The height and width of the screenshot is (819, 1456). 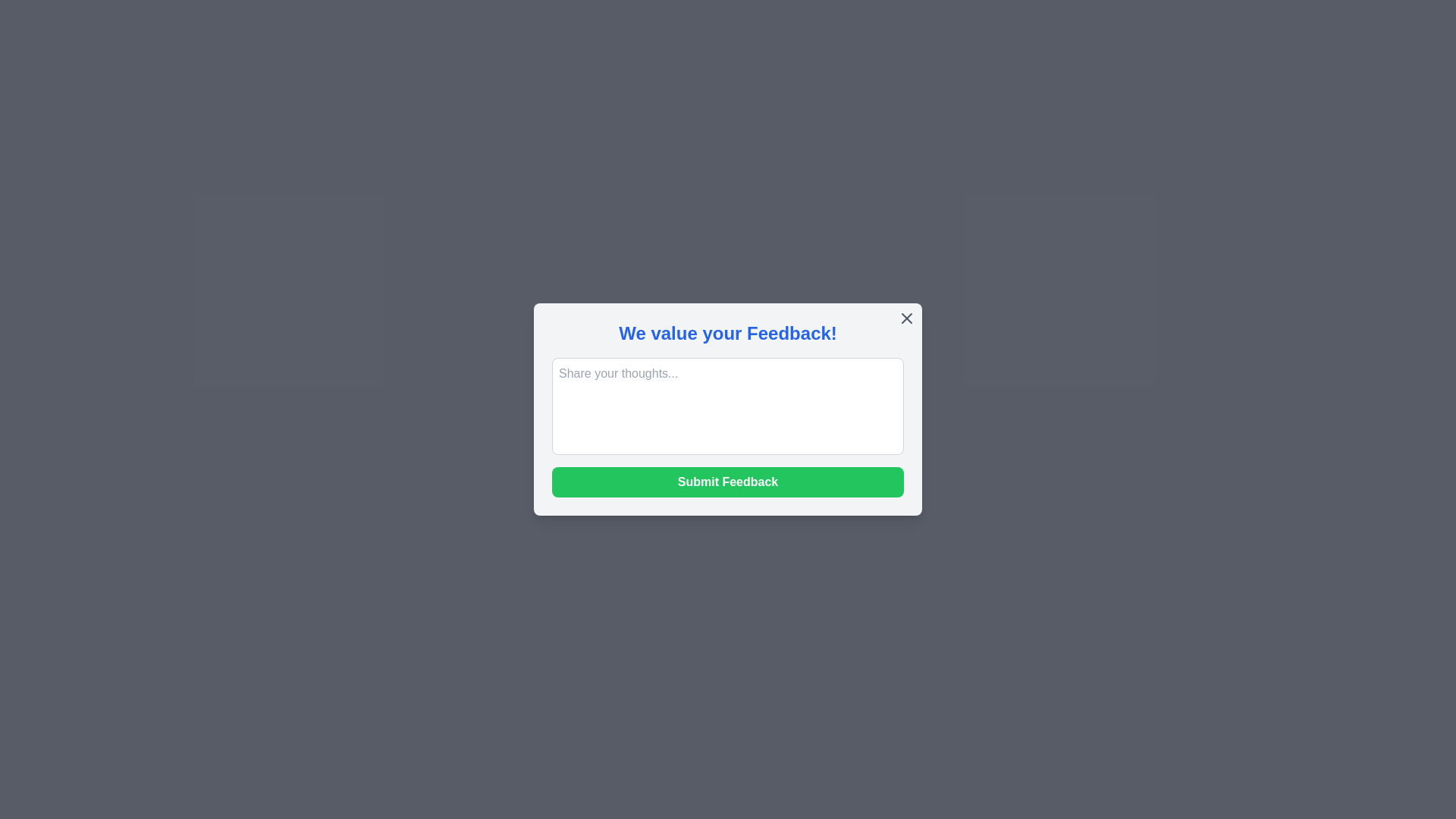 What do you see at coordinates (728, 332) in the screenshot?
I see `the header text 'We value your Feedback!' to read its content` at bounding box center [728, 332].